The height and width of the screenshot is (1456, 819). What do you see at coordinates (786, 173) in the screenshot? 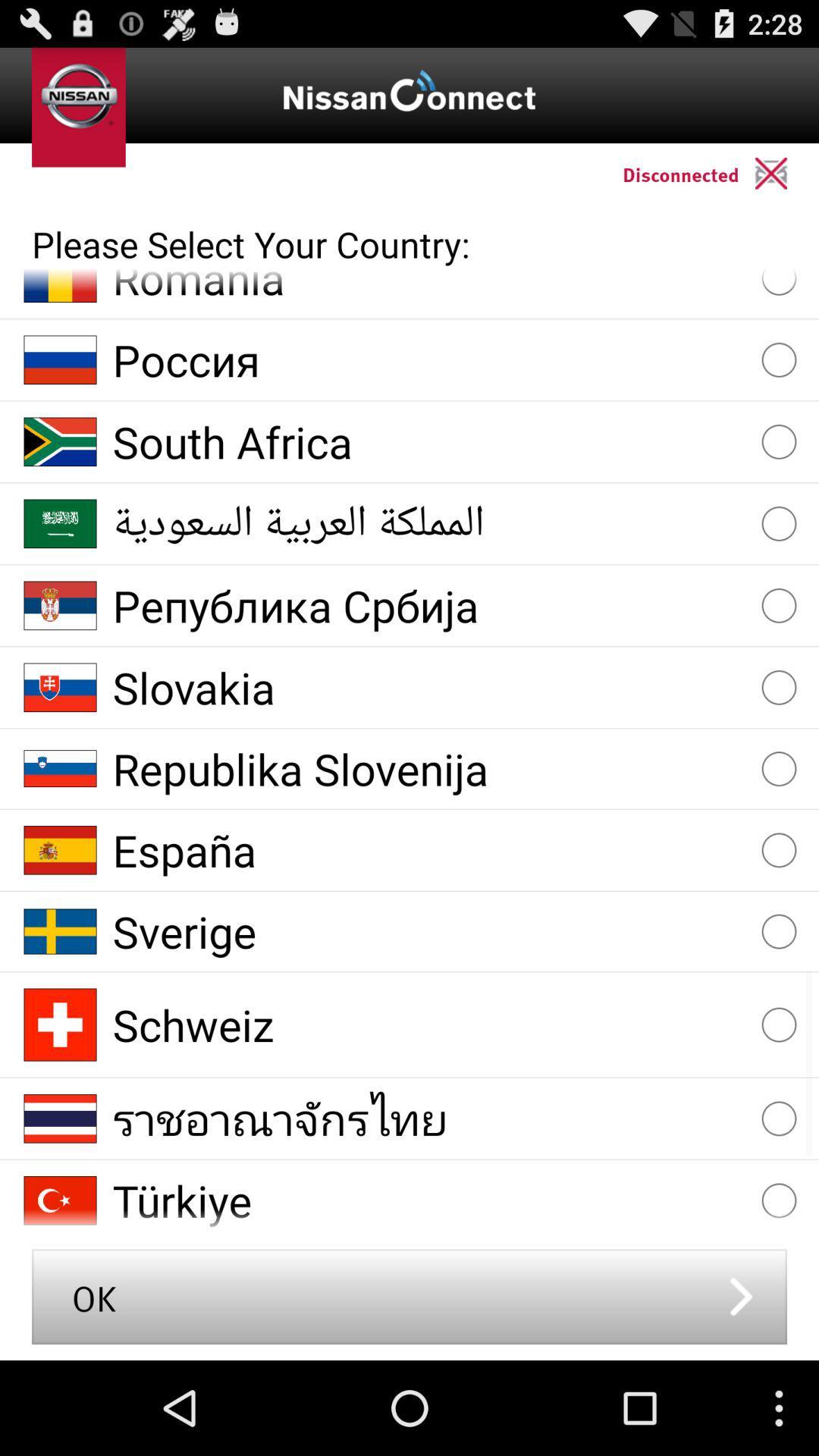
I see `the icon next to the disconnected item` at bounding box center [786, 173].